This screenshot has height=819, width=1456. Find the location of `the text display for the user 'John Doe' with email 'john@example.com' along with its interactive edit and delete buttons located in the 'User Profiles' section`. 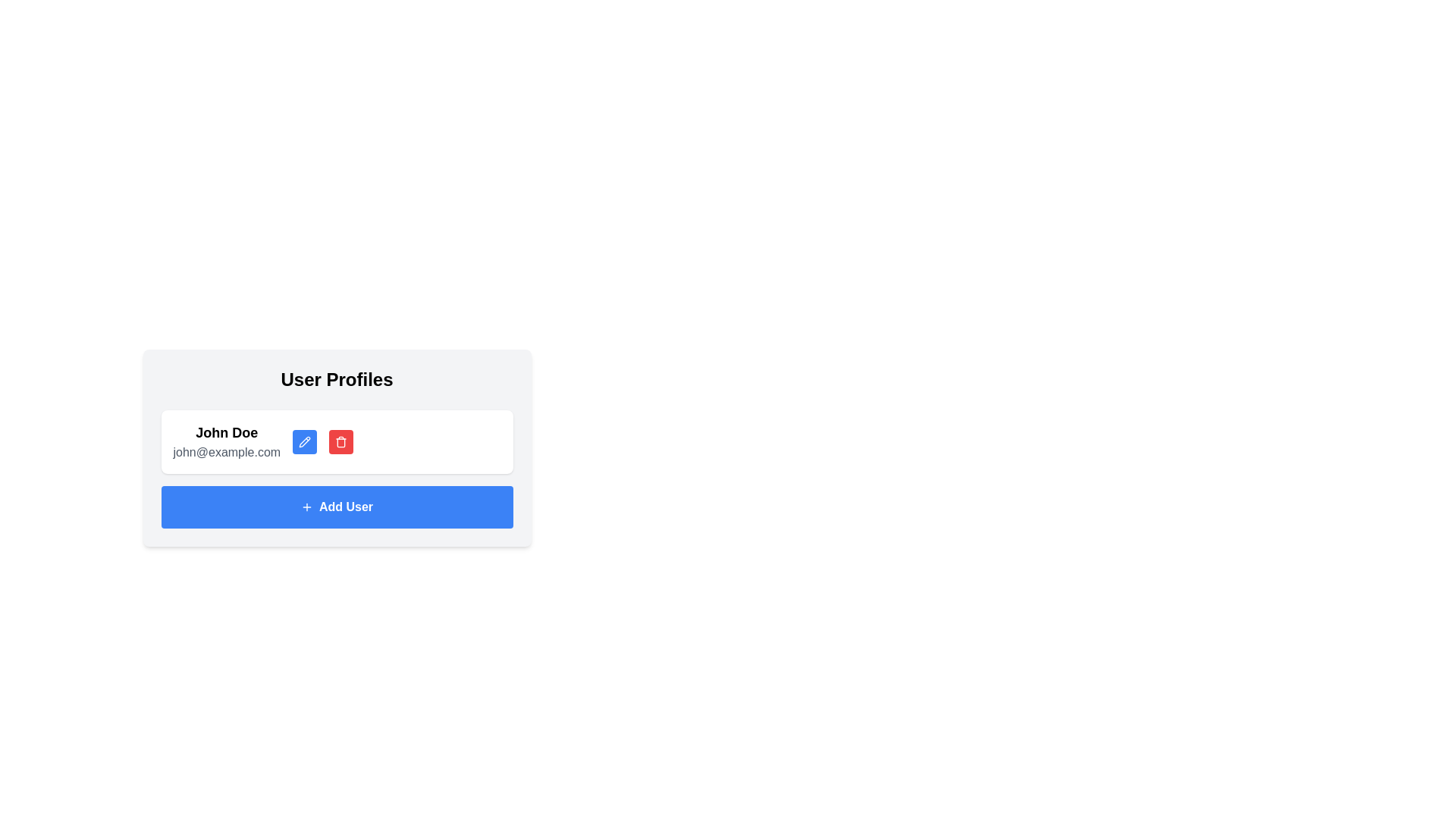

the text display for the user 'John Doe' with email 'john@example.com' along with its interactive edit and delete buttons located in the 'User Profiles' section is located at coordinates (263, 441).